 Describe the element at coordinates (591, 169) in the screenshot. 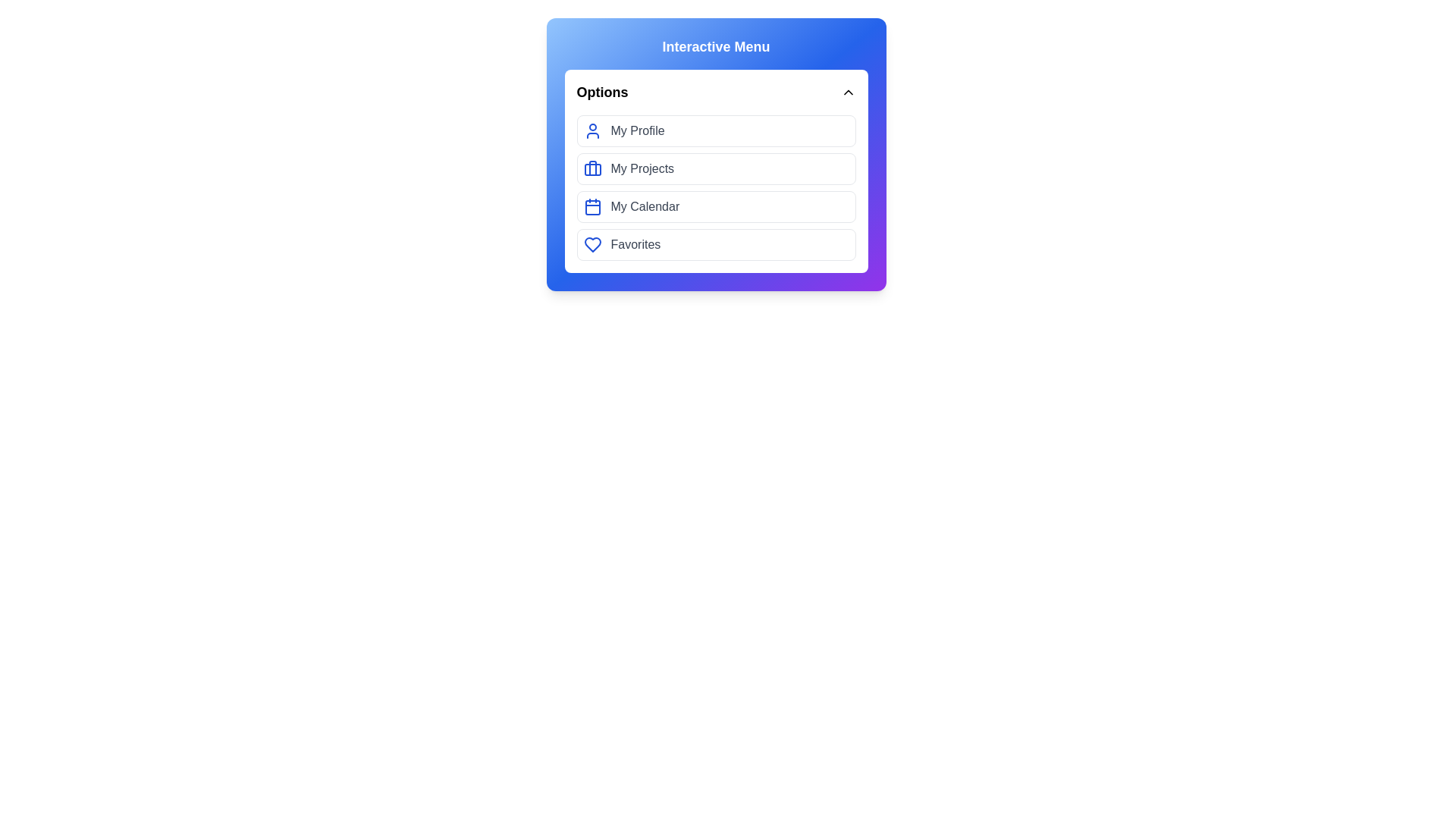

I see `the appearance of the briefcase icon with a blue outline located beside the 'My Projects' text in the menu options` at that location.